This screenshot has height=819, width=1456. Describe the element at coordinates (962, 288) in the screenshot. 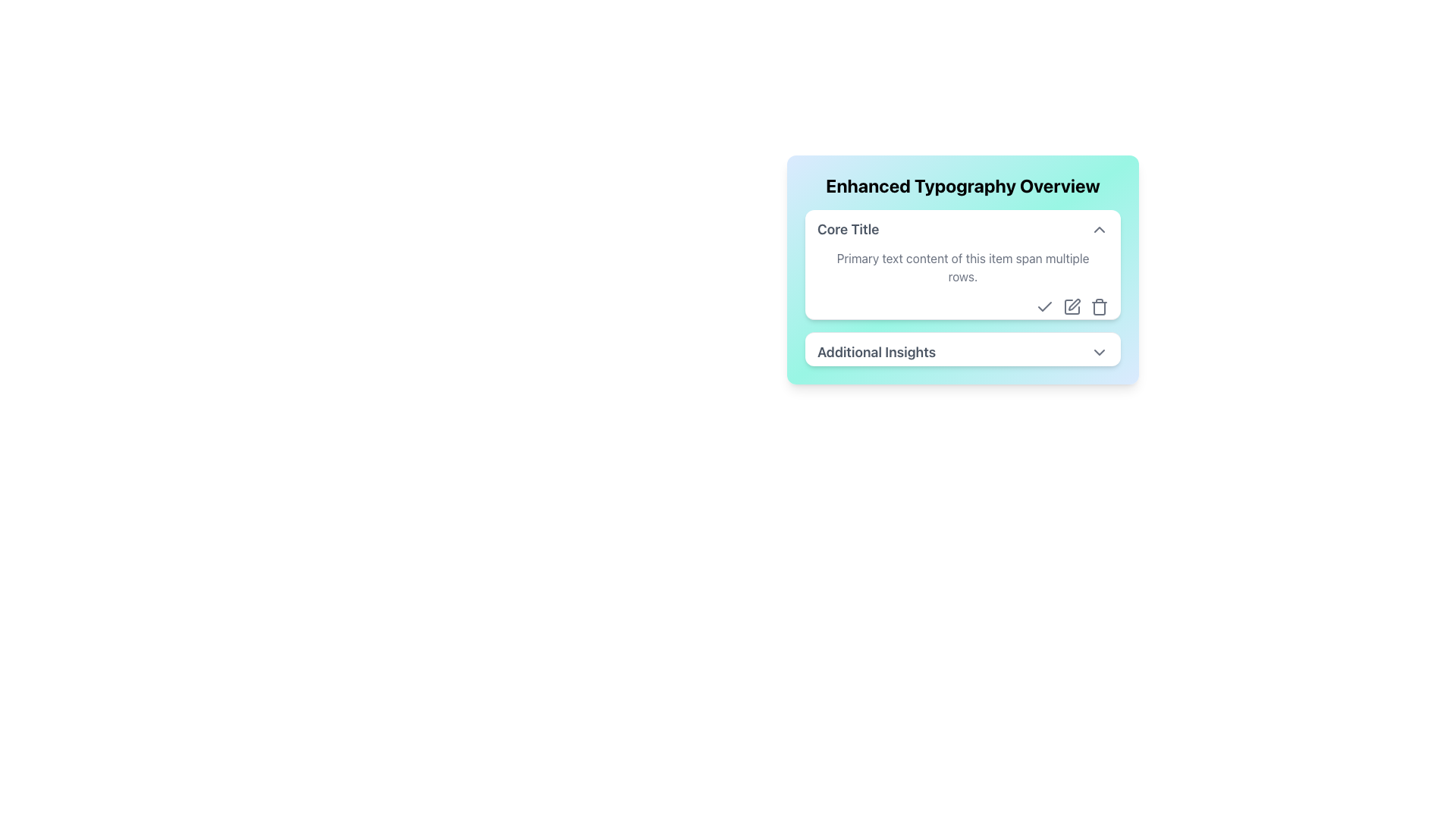

I see `text content from the Informational Card Section labeled 'Core Title' which is prominently displayed in a large, bold font` at that location.